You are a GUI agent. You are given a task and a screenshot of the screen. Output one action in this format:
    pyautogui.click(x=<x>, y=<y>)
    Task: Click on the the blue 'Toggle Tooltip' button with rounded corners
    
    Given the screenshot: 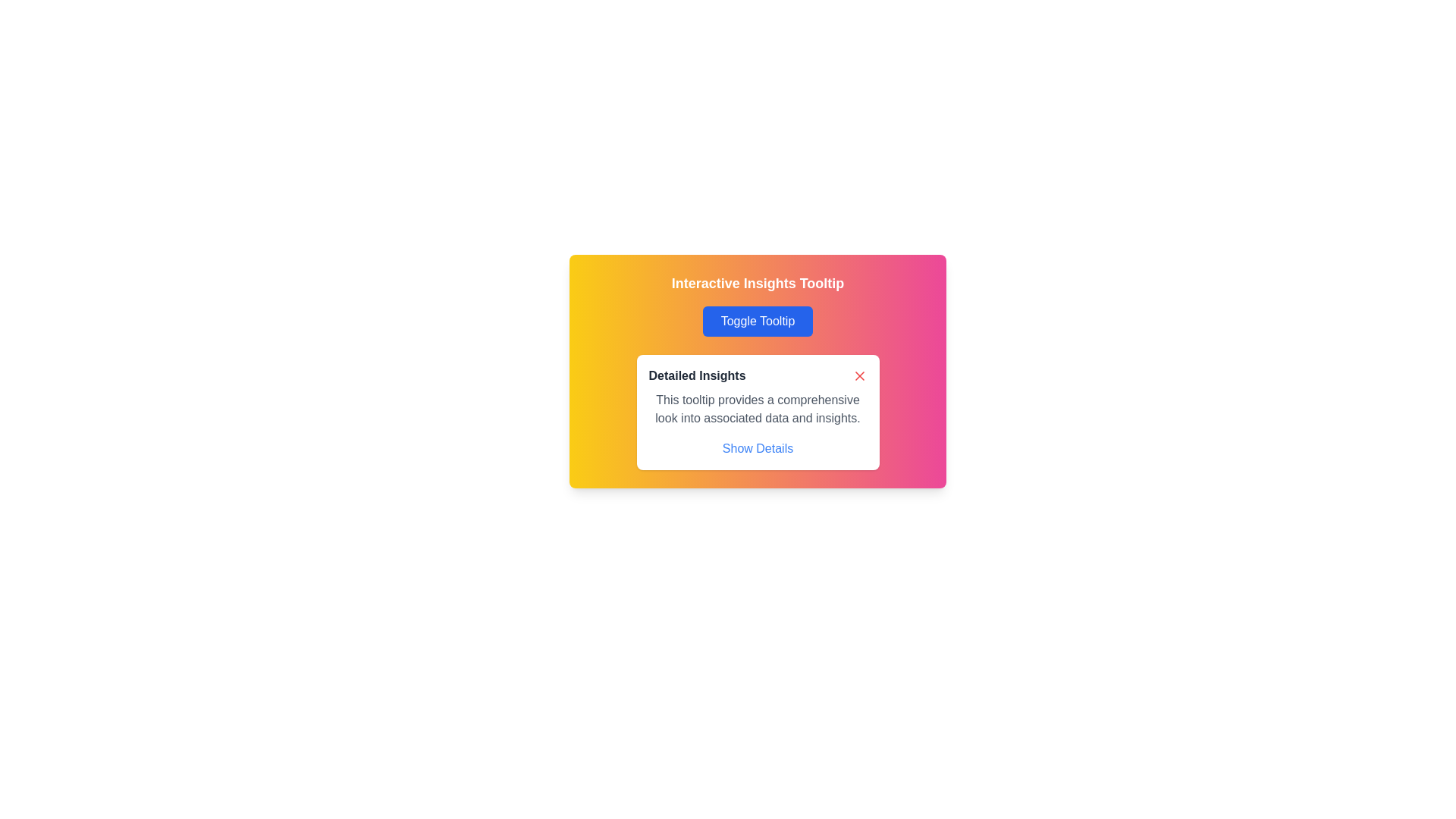 What is the action you would take?
    pyautogui.click(x=758, y=321)
    